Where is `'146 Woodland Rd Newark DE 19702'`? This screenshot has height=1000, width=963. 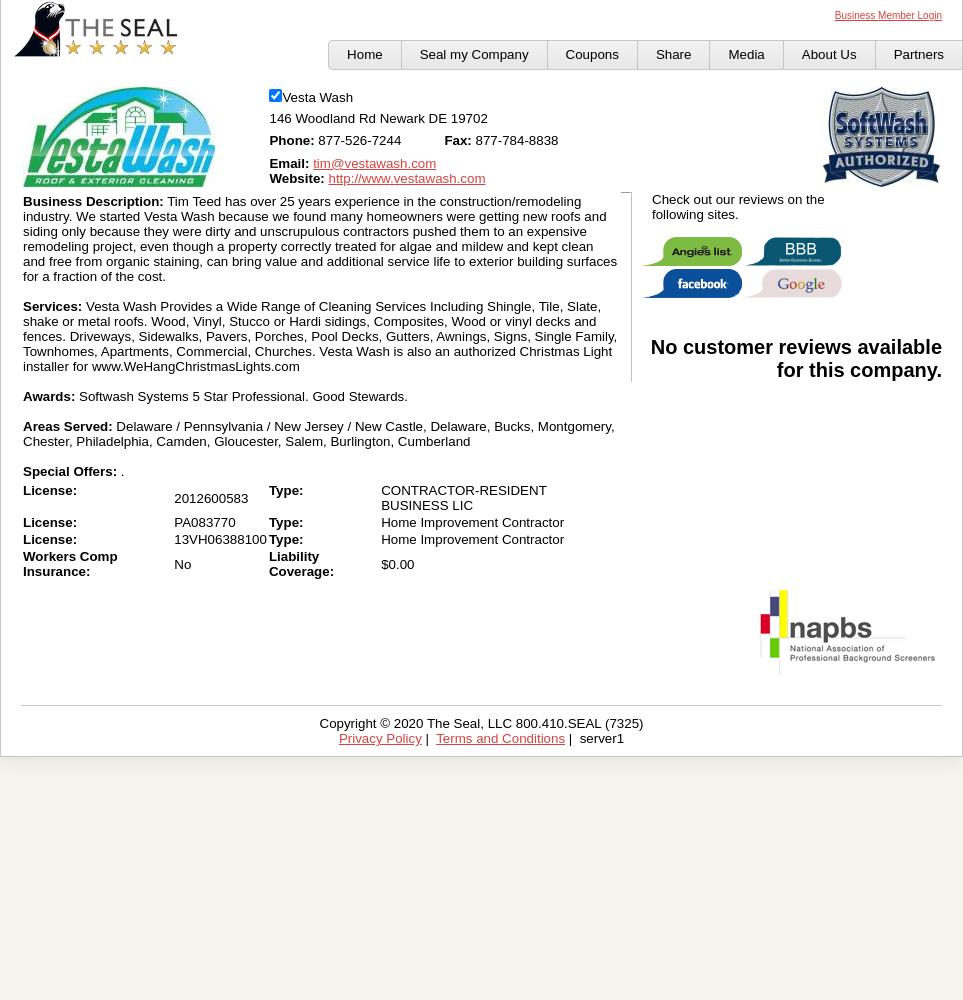 '146 Woodland Rd Newark DE 19702' is located at coordinates (376, 117).